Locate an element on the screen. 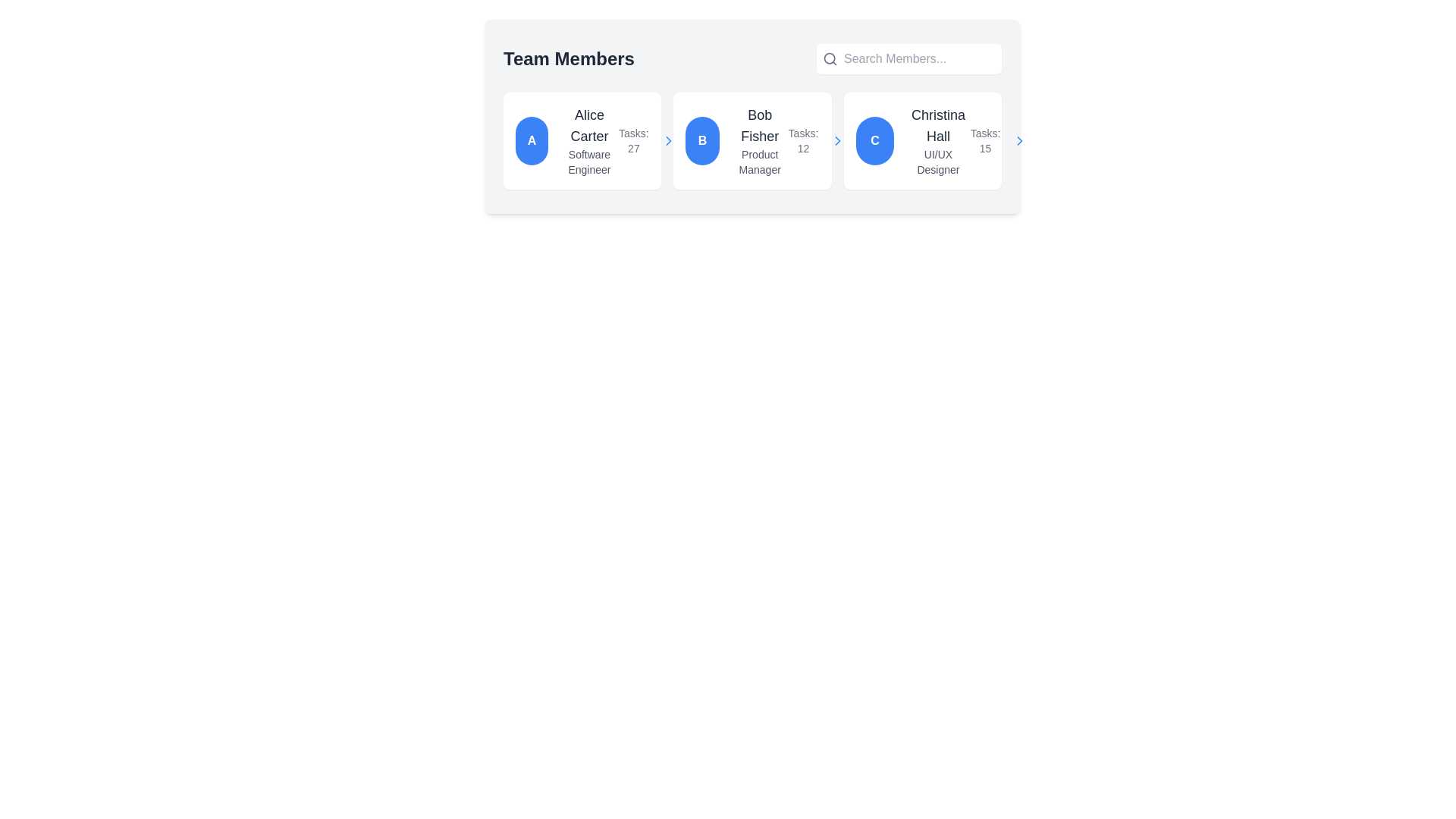 The height and width of the screenshot is (819, 1456). a profile information card in the grid layout beneath the 'Team Members' header is located at coordinates (752, 140).